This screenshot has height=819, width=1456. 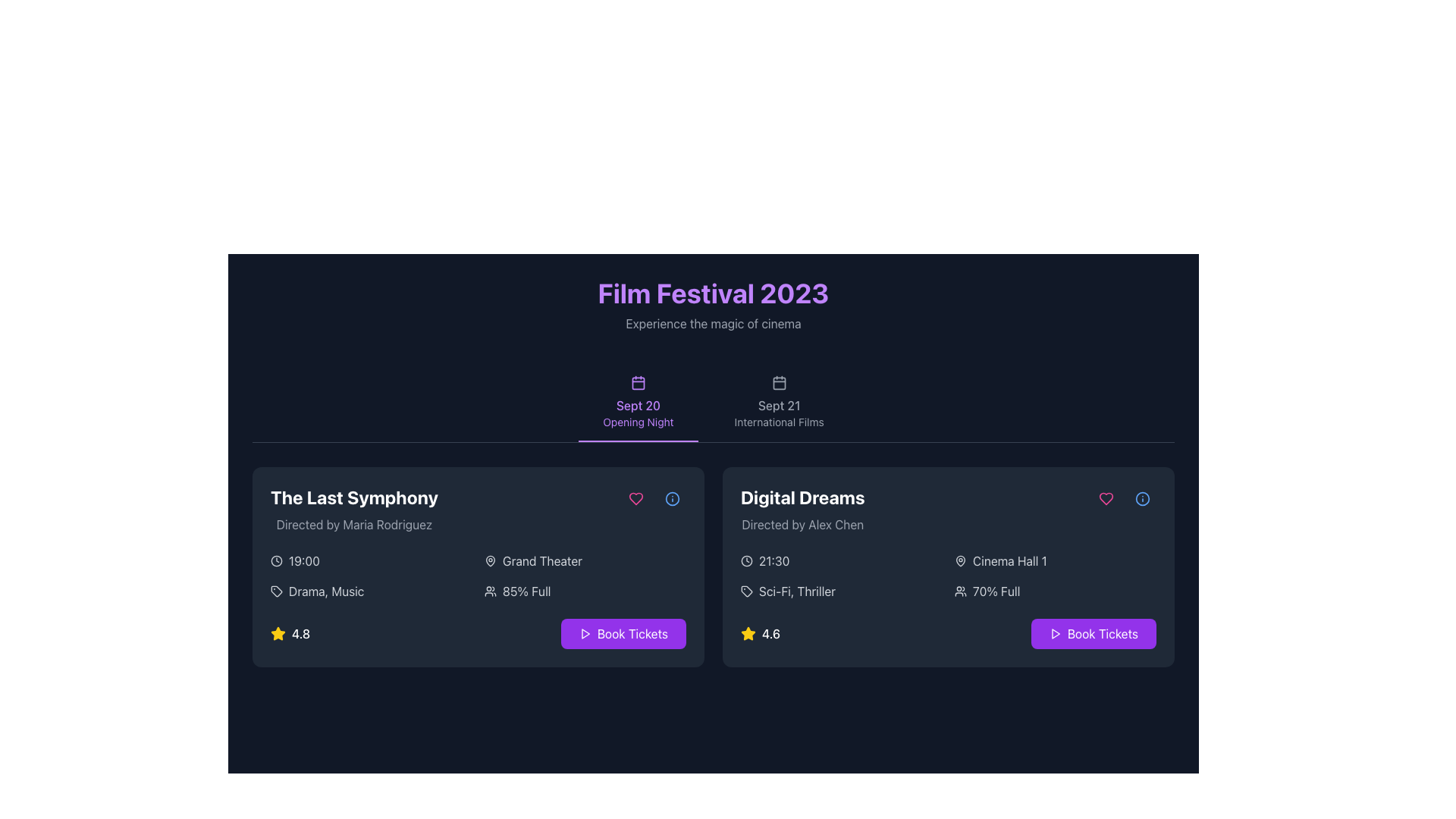 I want to click on the information icon button located in the top-right corner of the right information card under the 'Digital Dreams' header, so click(x=1143, y=499).